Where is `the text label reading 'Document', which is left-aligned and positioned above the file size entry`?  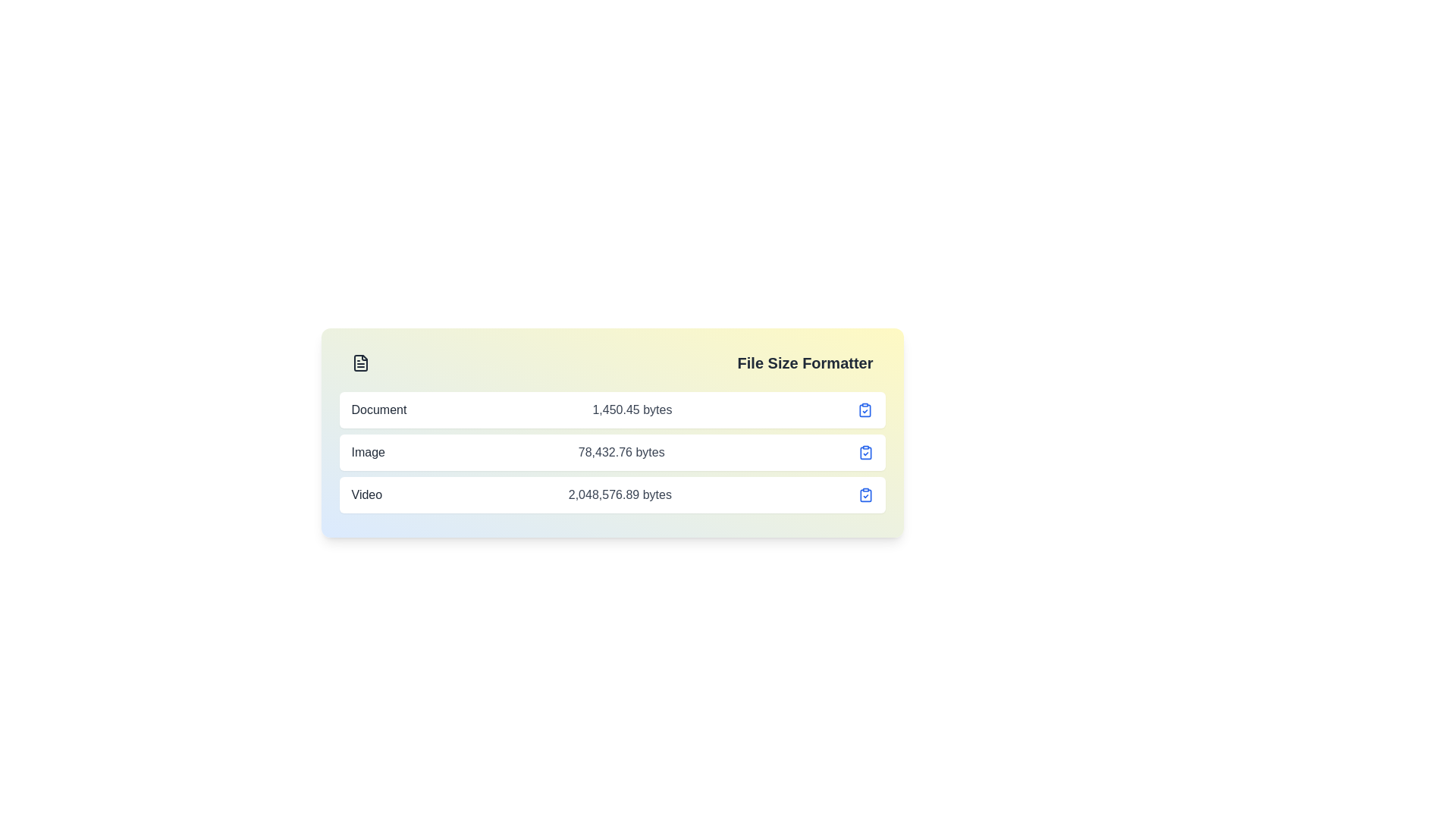
the text label reading 'Document', which is left-aligned and positioned above the file size entry is located at coordinates (378, 409).